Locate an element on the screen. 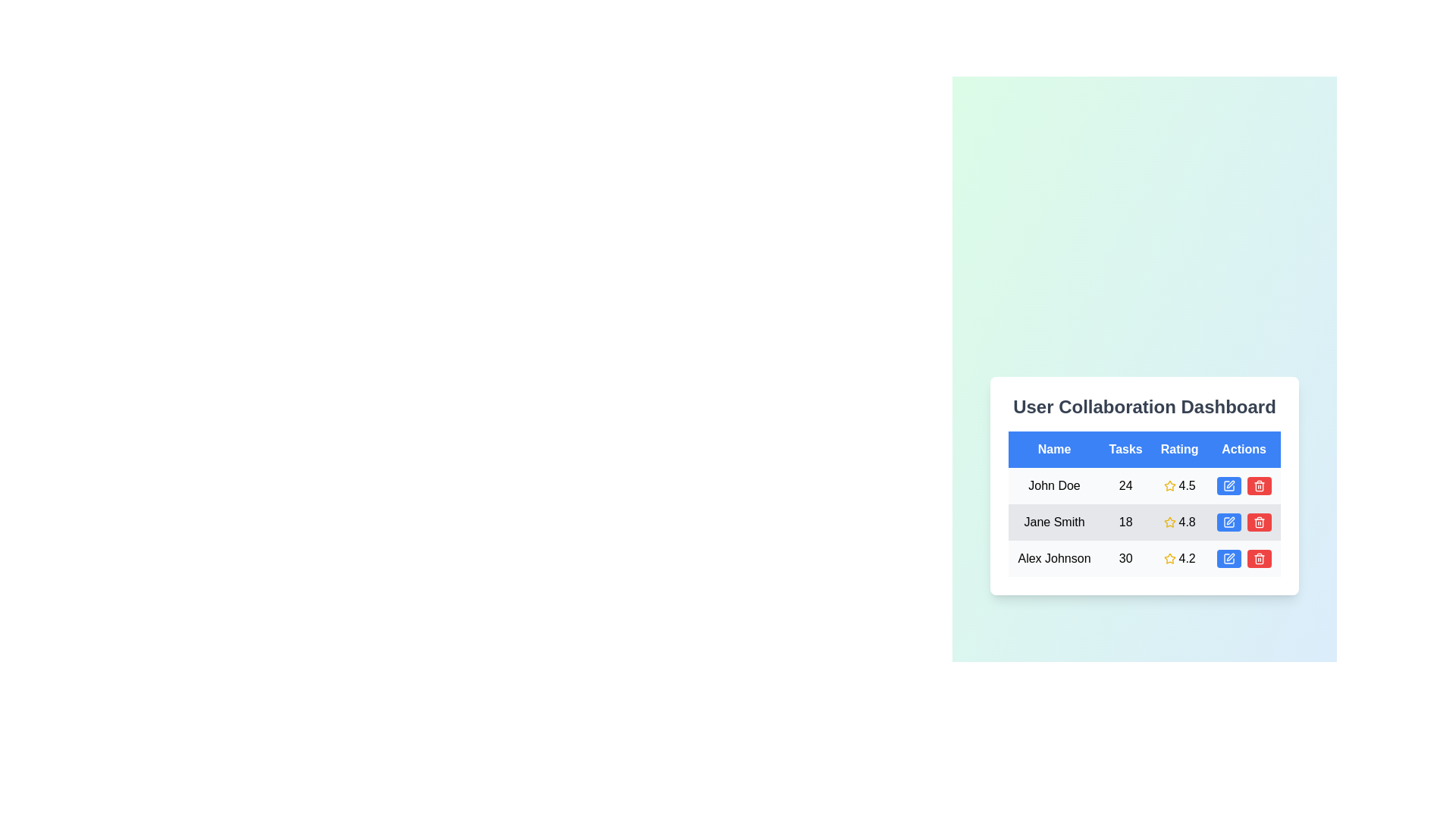  the second star-shaped icon with a yellow fill, located in the 'Rating' column next to Jane Smith's rating value (4.8) is located at coordinates (1169, 521).